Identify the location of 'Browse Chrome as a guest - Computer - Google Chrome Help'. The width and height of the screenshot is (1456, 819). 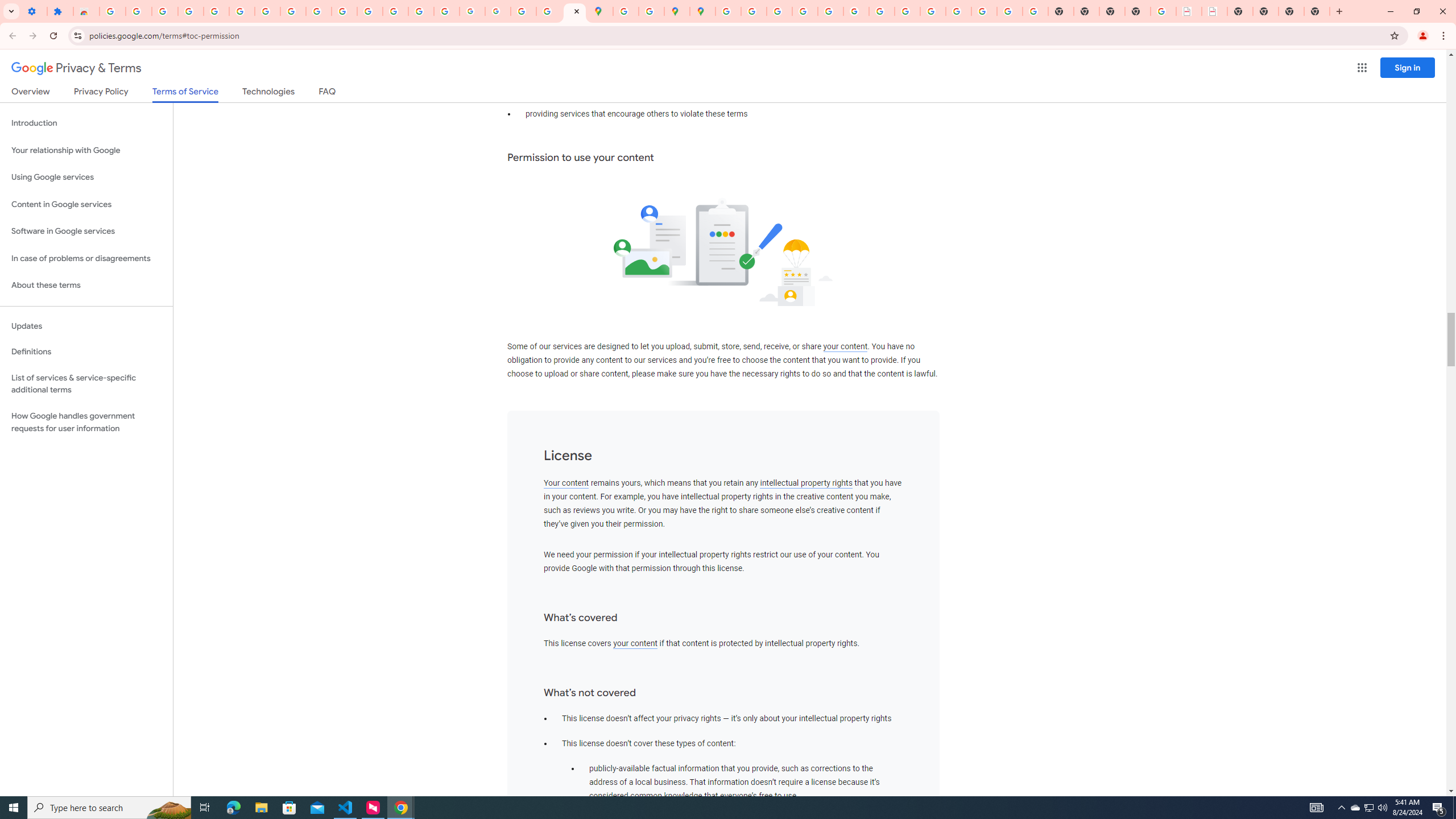
(907, 11).